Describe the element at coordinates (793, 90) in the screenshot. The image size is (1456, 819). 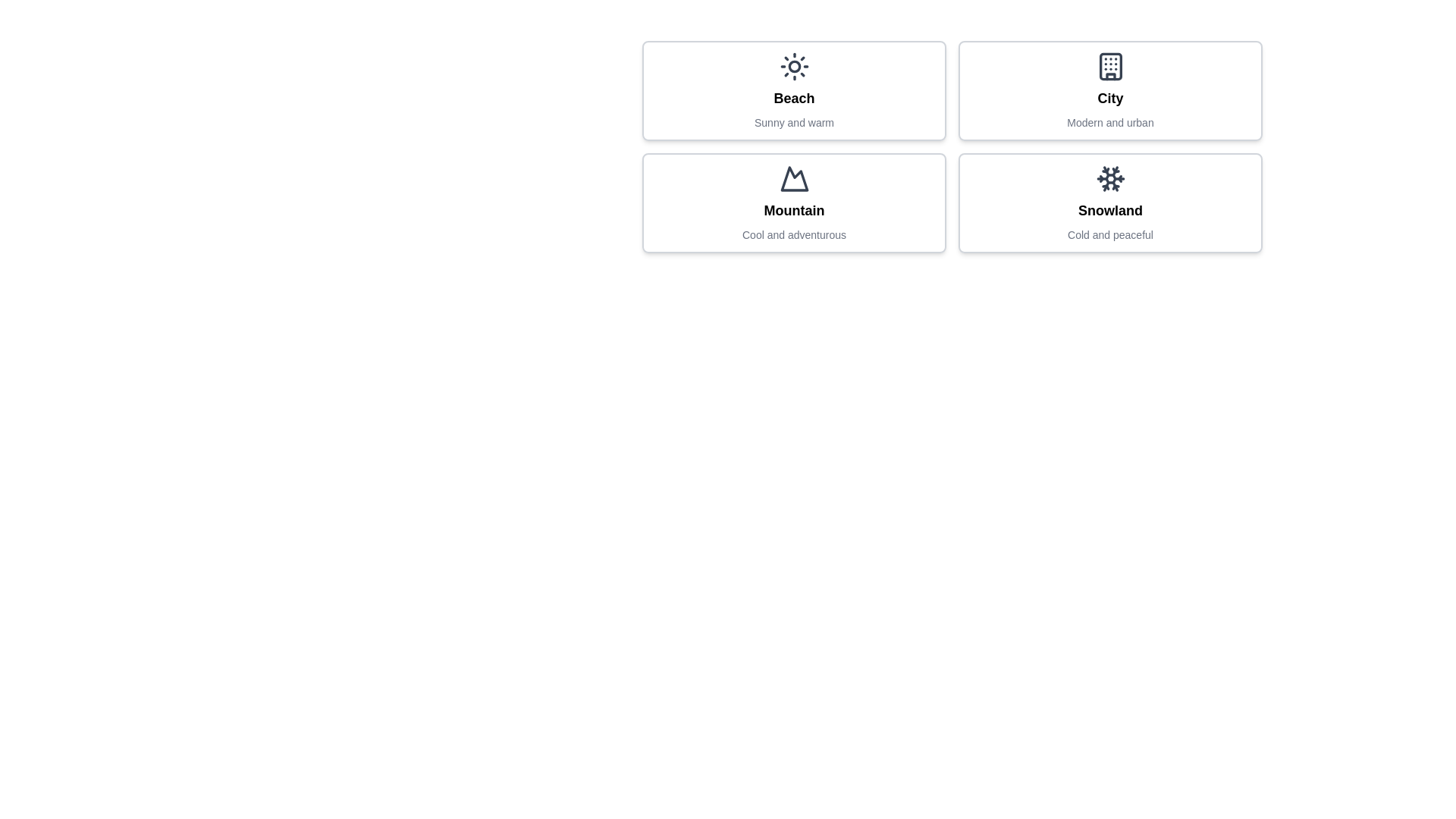
I see `the 'Beach' theme card, which is the first card in the top-left corner of the grid` at that location.